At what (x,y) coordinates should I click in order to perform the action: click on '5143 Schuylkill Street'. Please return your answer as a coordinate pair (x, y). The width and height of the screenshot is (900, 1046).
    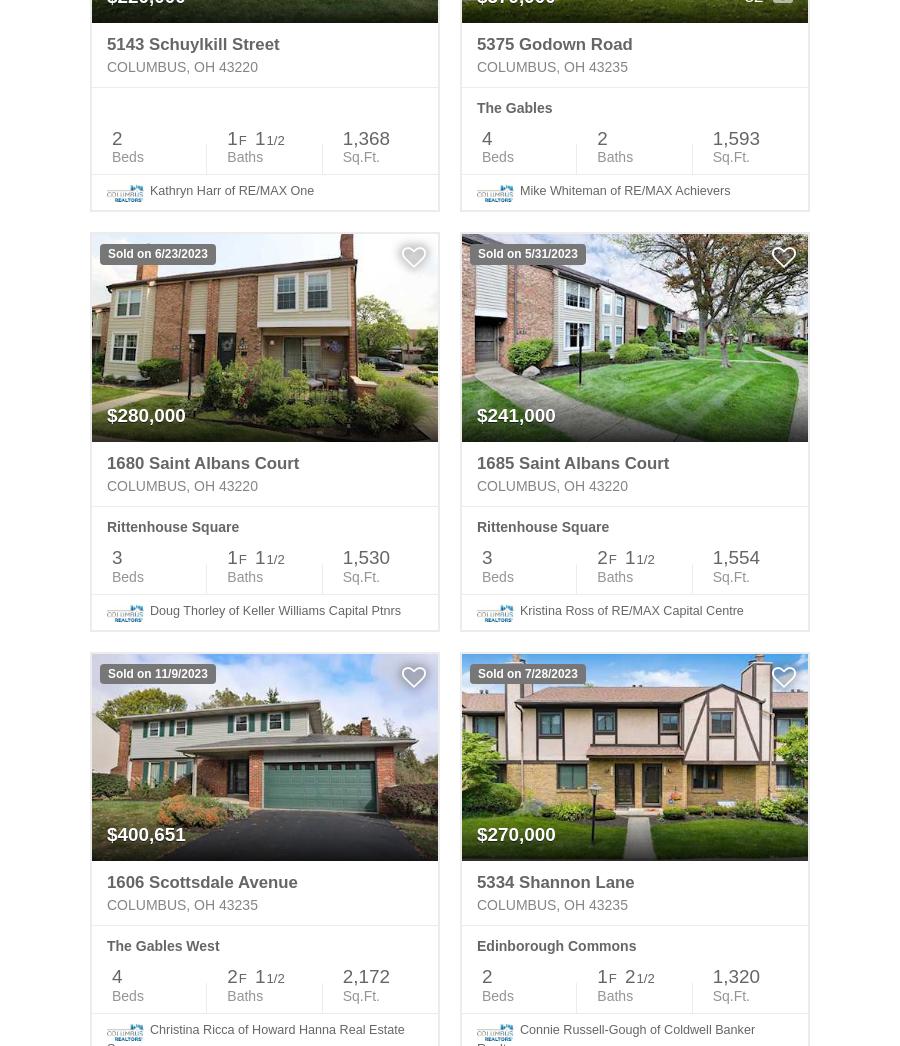
    Looking at the image, I should click on (192, 42).